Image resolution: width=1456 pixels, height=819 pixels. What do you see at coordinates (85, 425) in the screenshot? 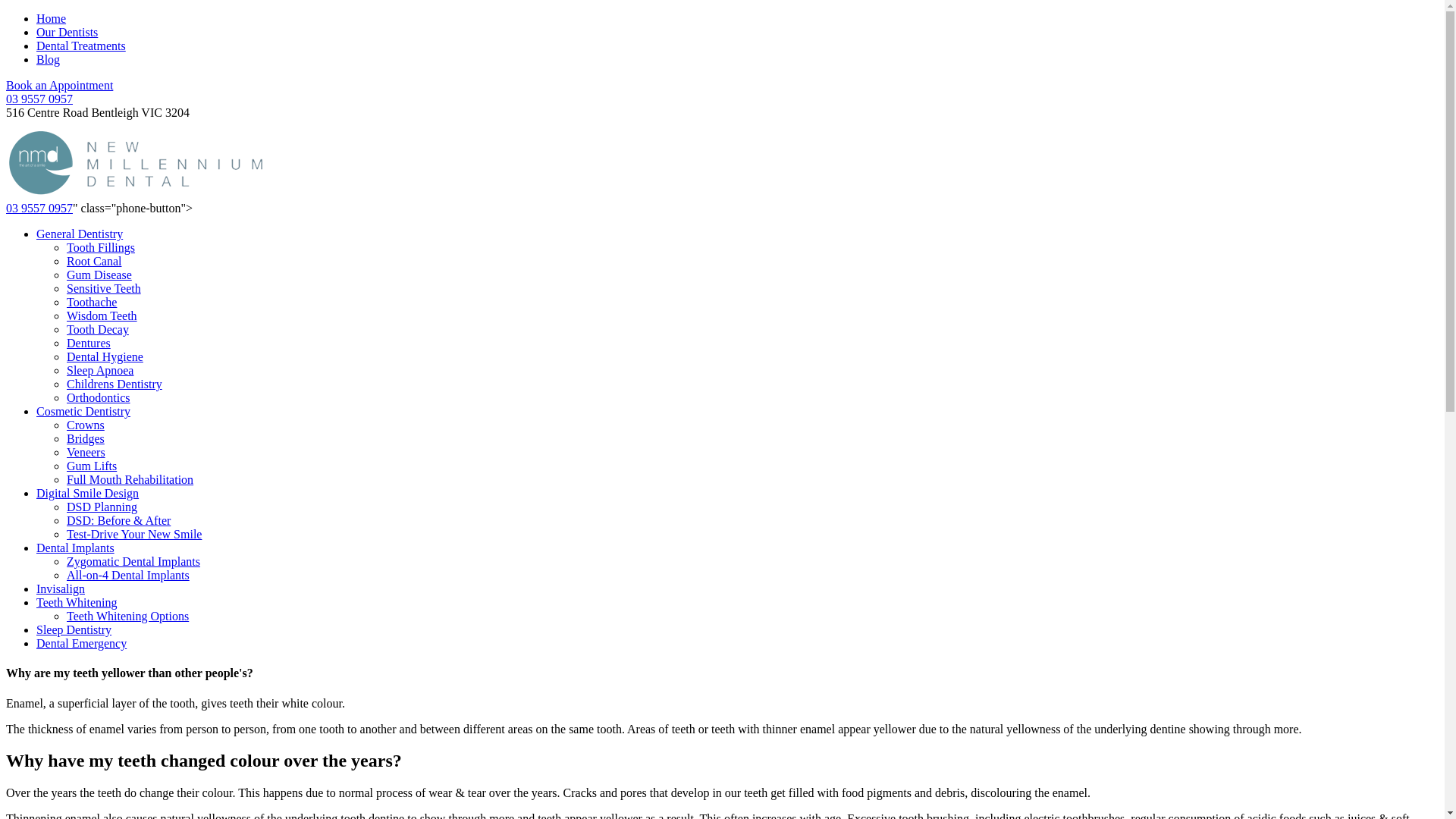
I see `'Crowns'` at bounding box center [85, 425].